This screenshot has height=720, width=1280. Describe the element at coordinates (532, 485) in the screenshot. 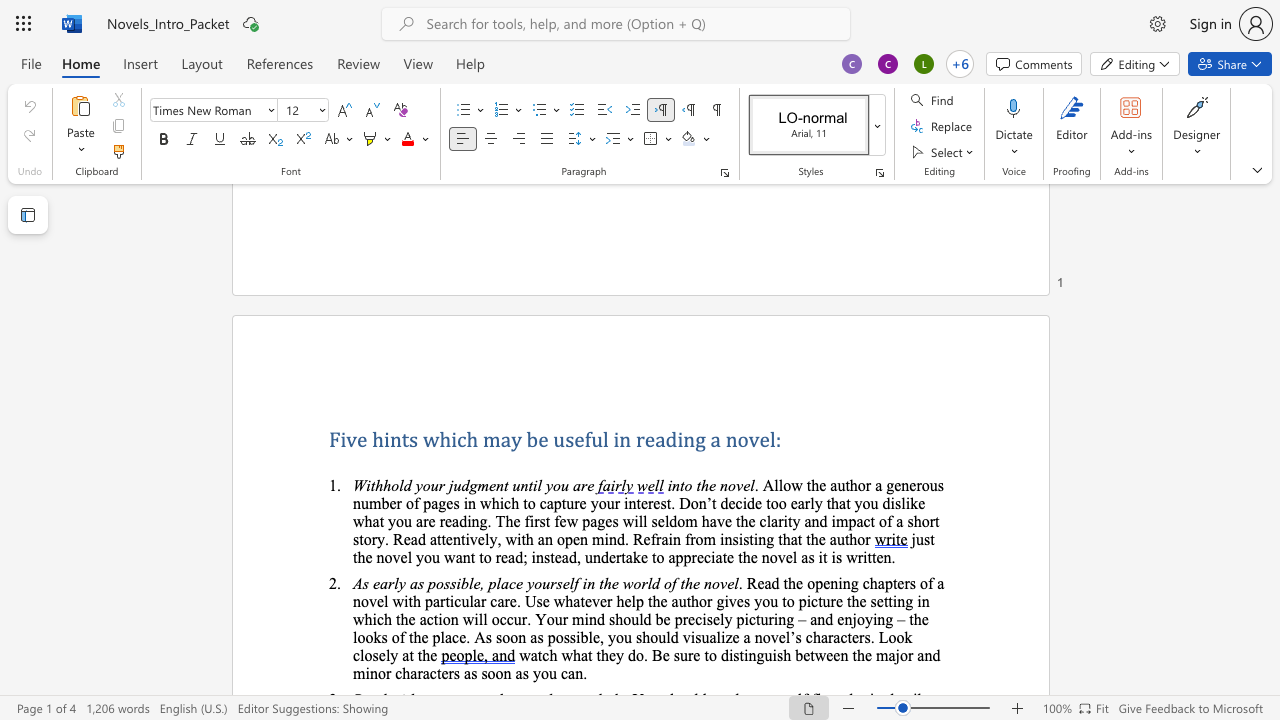

I see `the space between the continuous character "t" and "i" in the text` at that location.